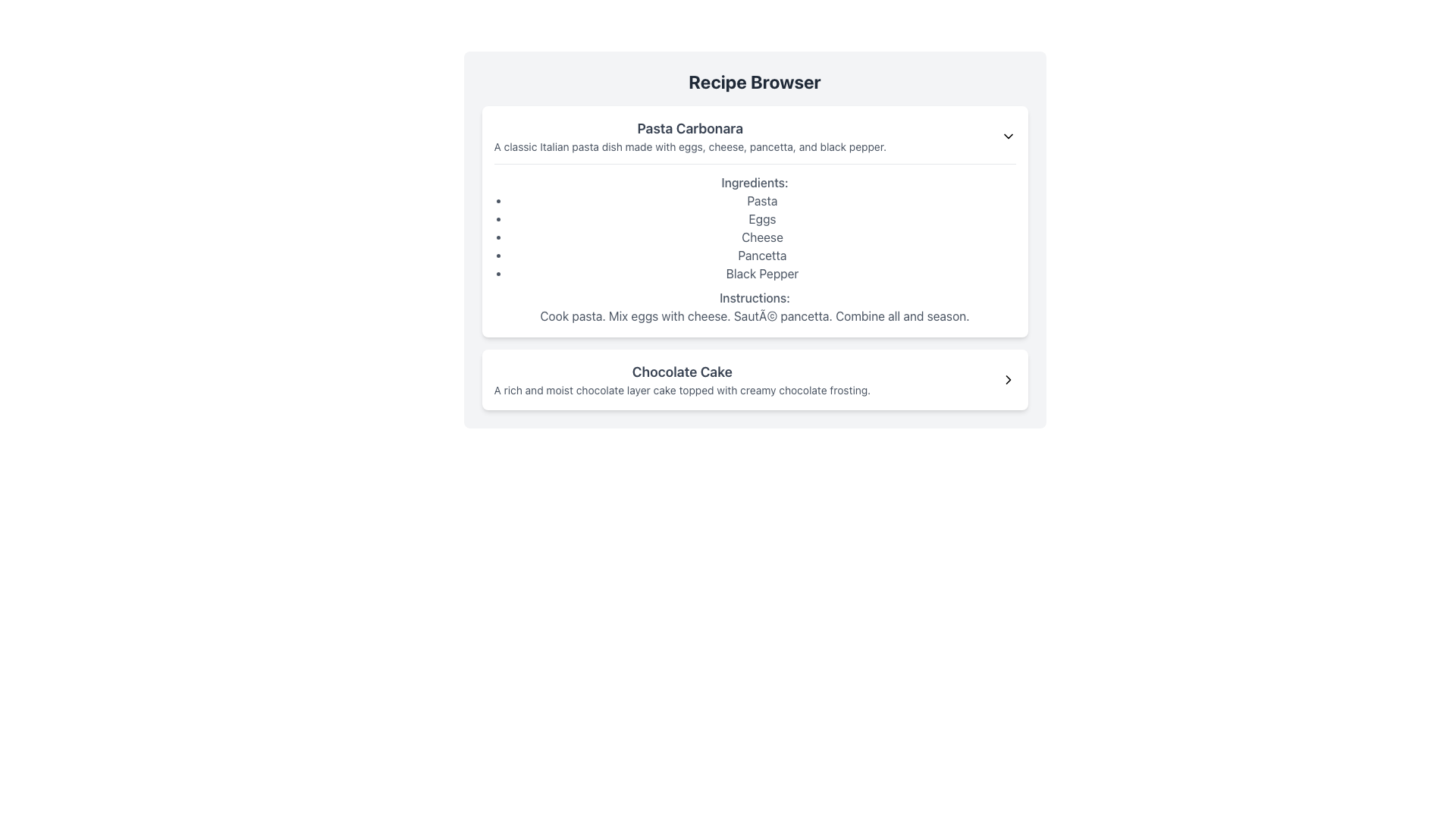 The image size is (1456, 819). I want to click on each item in the ingredients list located under the title 'Ingredients:' before the 'Instructions:' section, so click(762, 237).